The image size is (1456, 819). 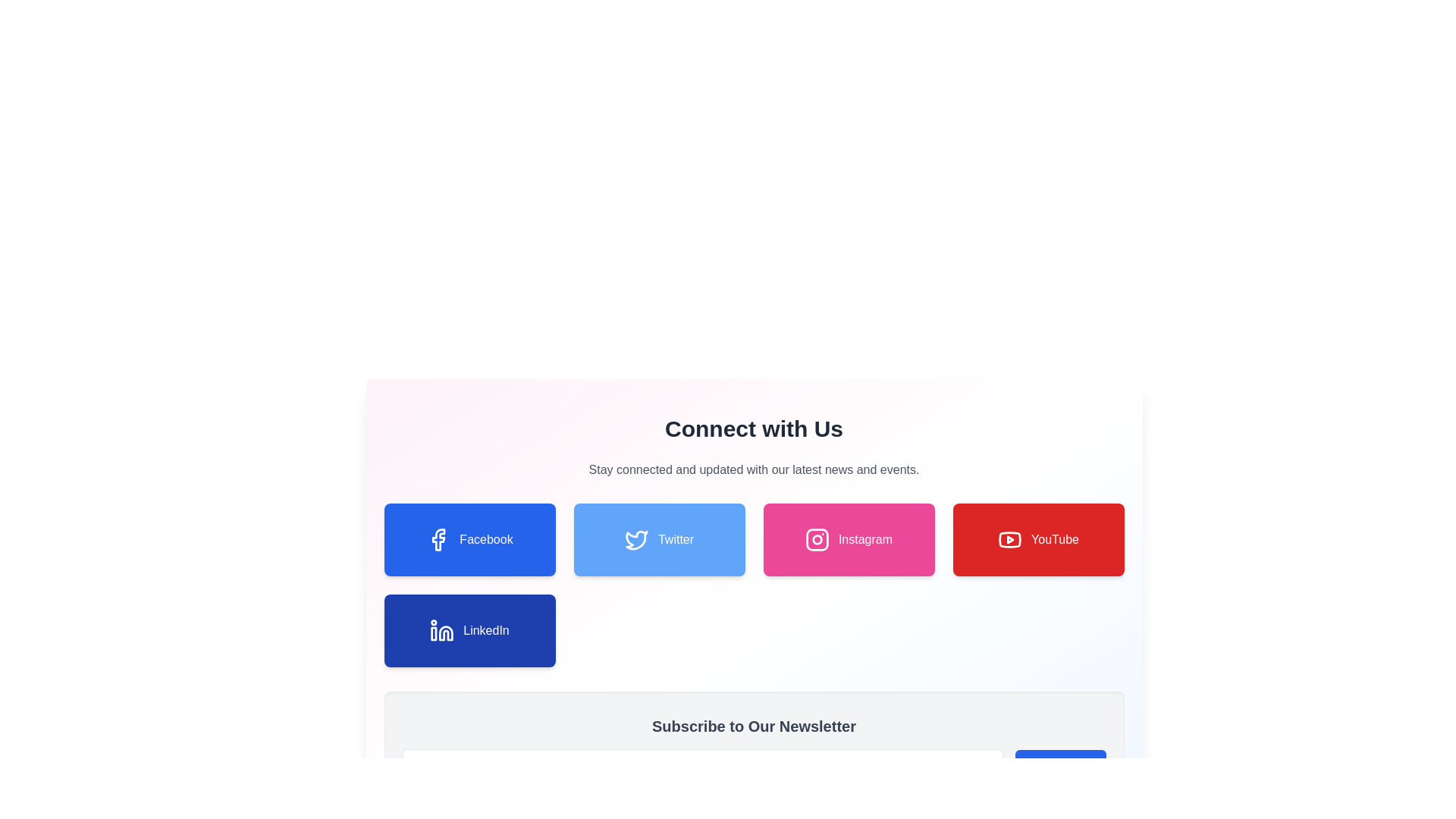 What do you see at coordinates (816, 538) in the screenshot?
I see `the circular graphical feature resembling a camera lens at the center of the Instagram icon, which has a pink background and is labeled 'Instagram'` at bounding box center [816, 538].